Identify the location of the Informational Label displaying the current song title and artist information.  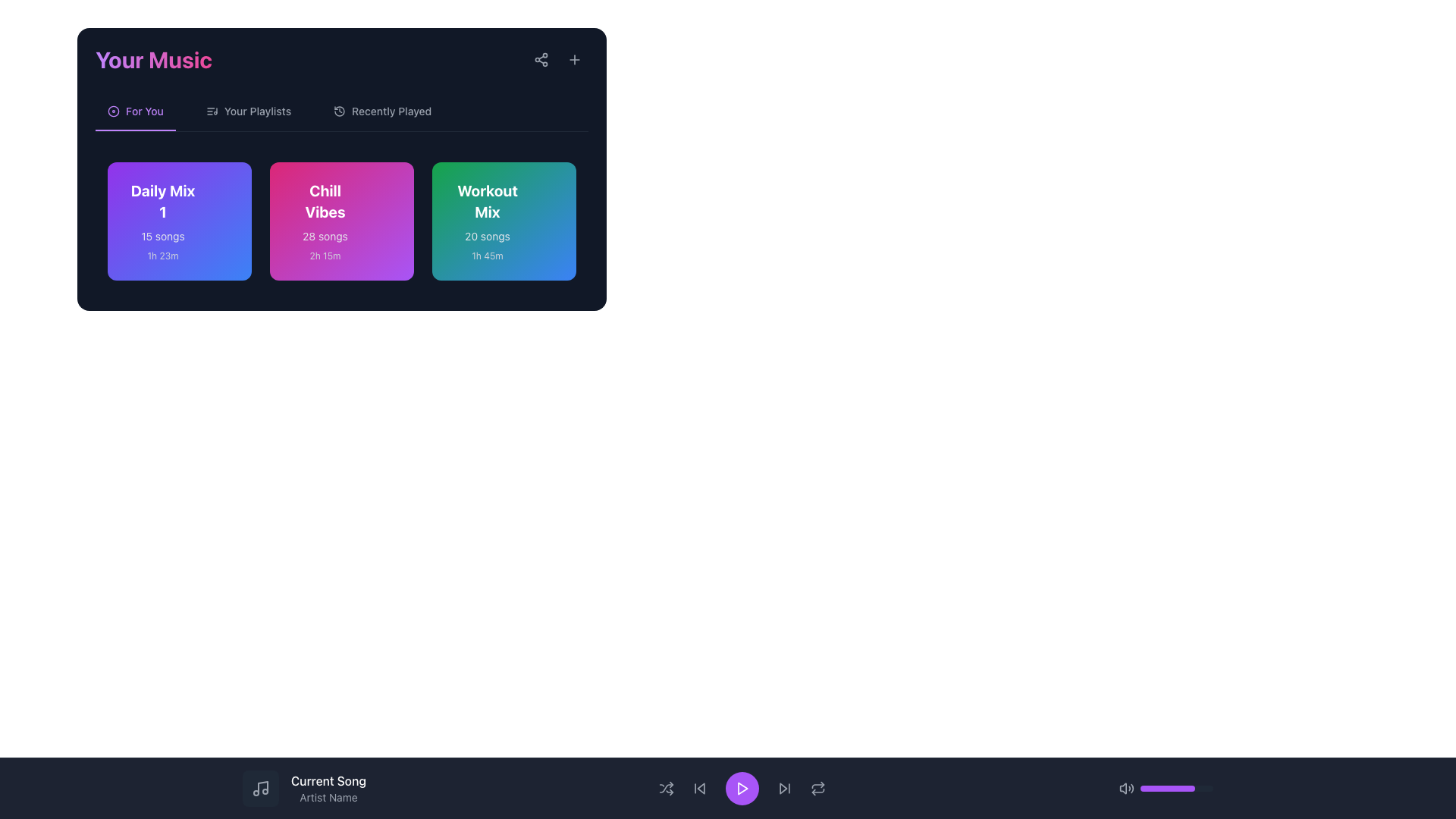
(303, 788).